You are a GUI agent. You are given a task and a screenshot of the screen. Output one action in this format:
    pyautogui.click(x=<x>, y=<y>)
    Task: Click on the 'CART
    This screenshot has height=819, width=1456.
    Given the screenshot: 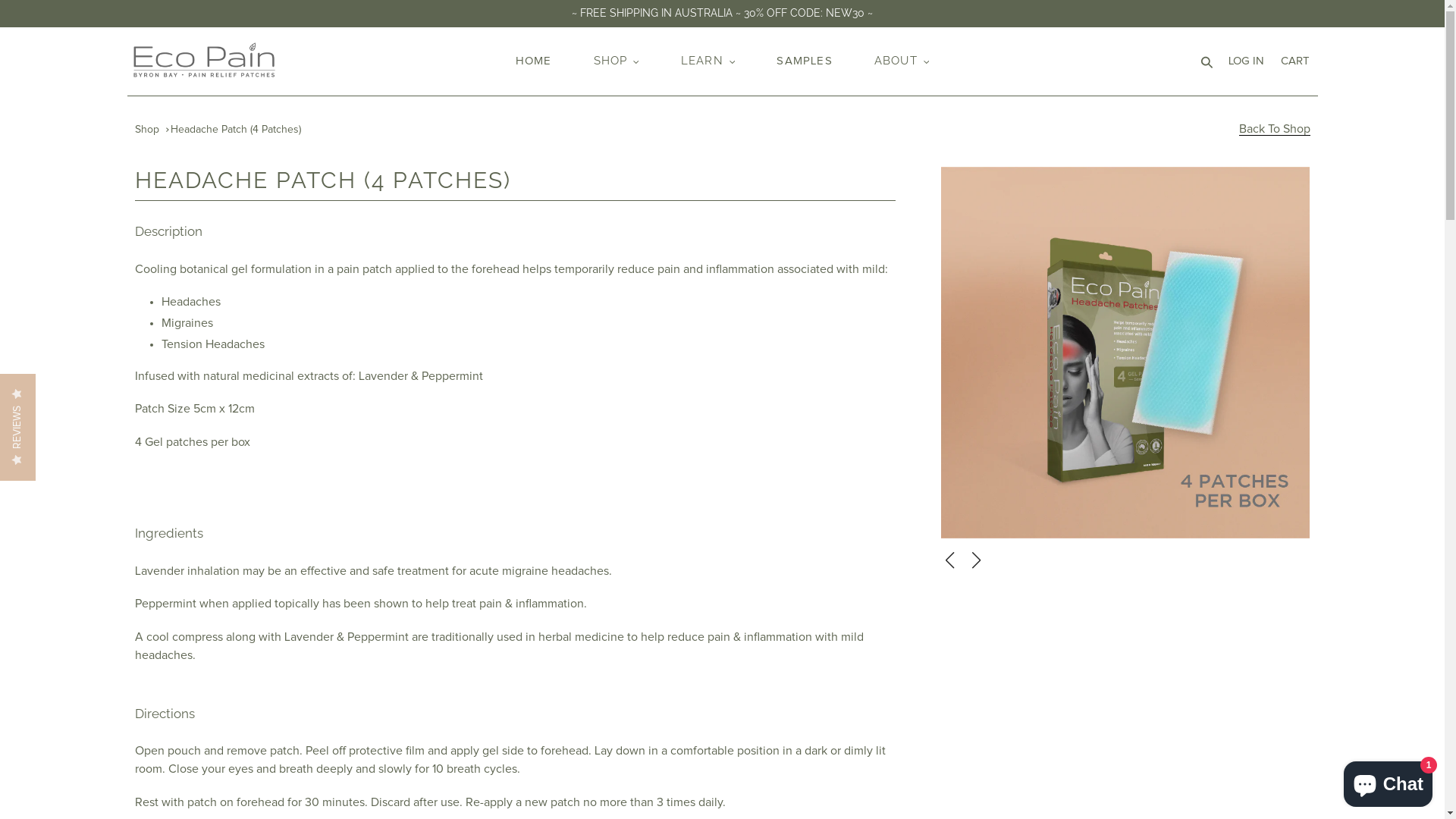 What is the action you would take?
    pyautogui.click(x=1294, y=61)
    